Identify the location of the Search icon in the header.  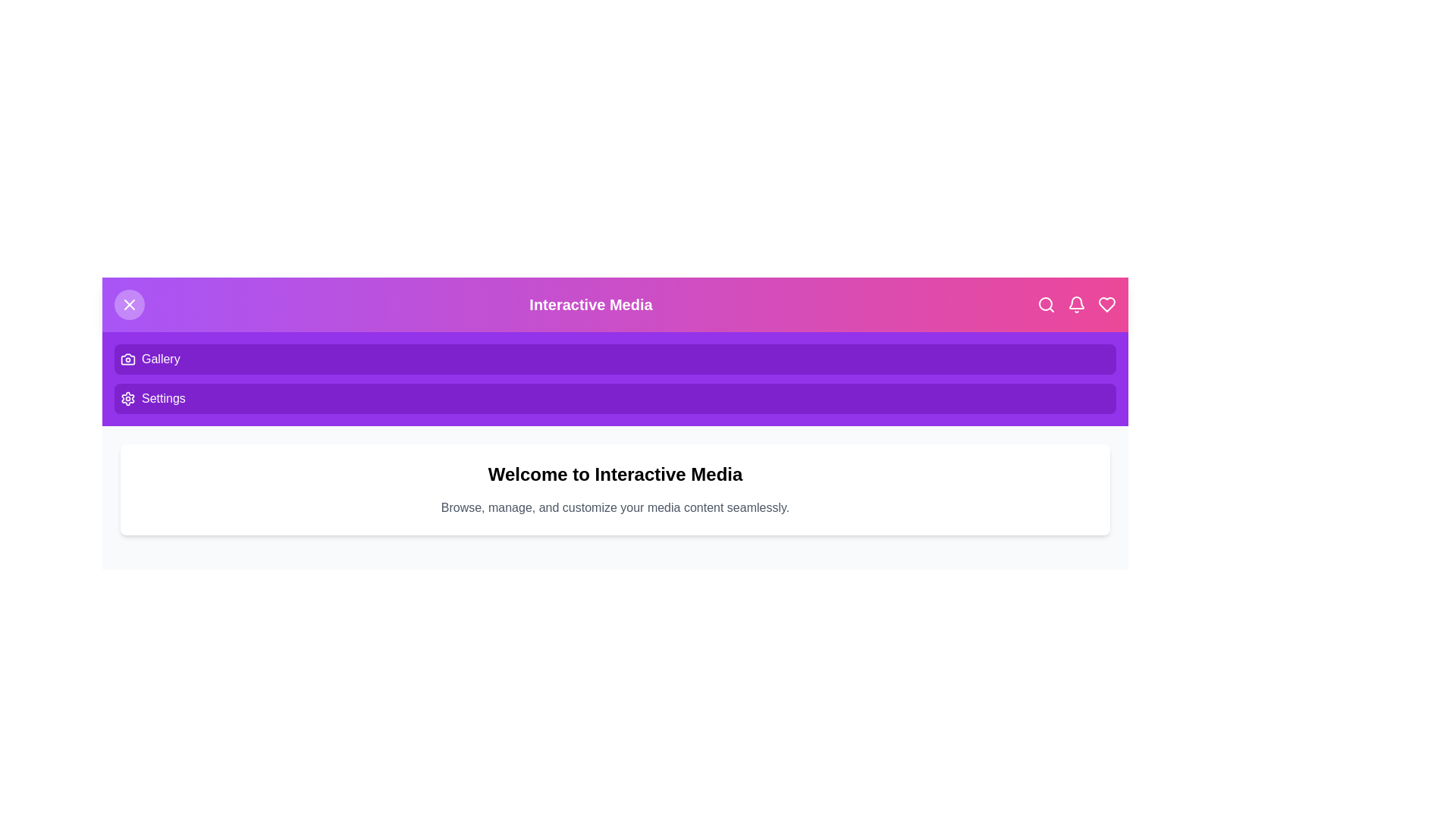
(1045, 304).